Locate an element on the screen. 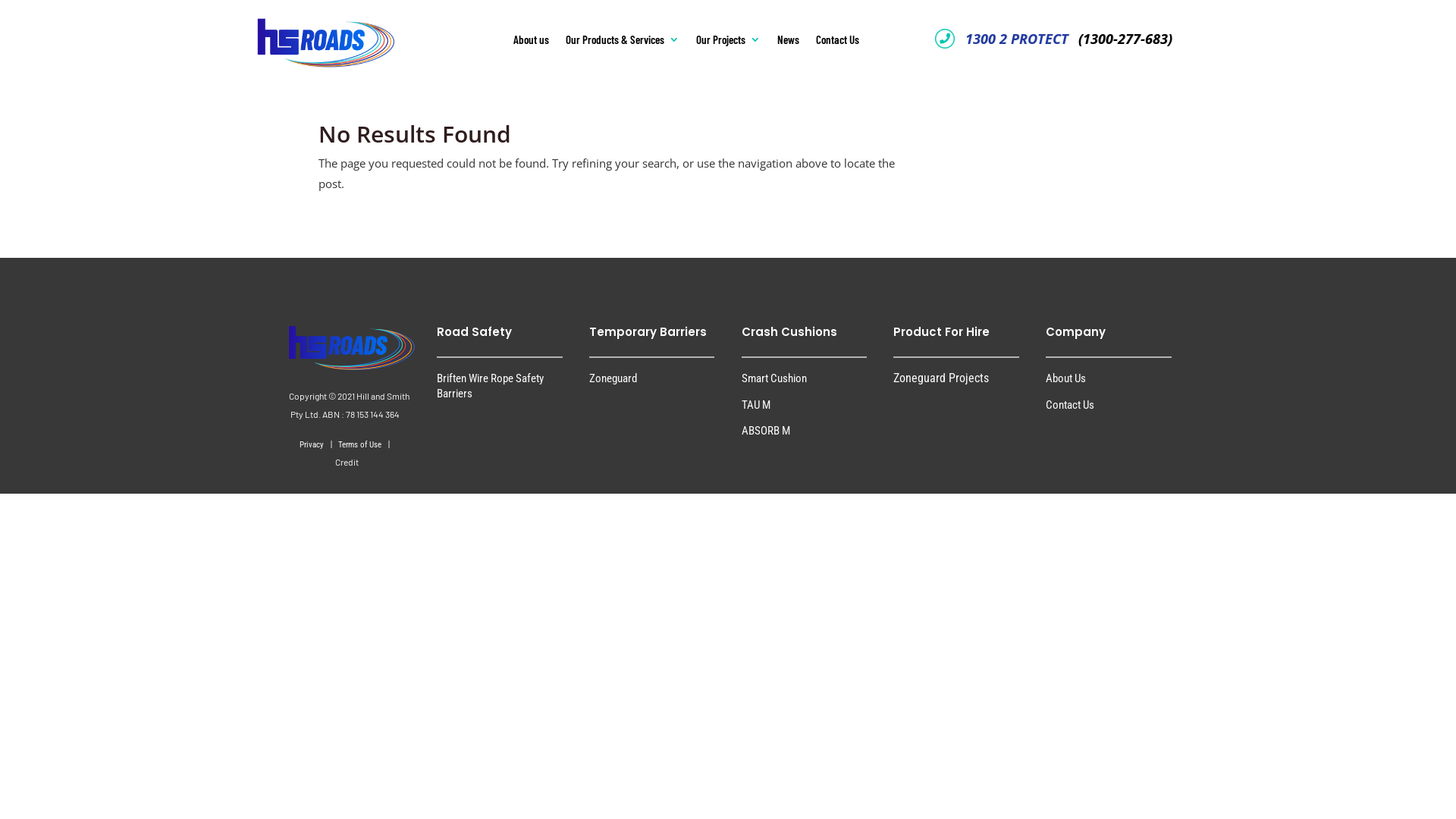 Image resolution: width=1456 pixels, height=819 pixels. 'logo' is located at coordinates (299, 33).